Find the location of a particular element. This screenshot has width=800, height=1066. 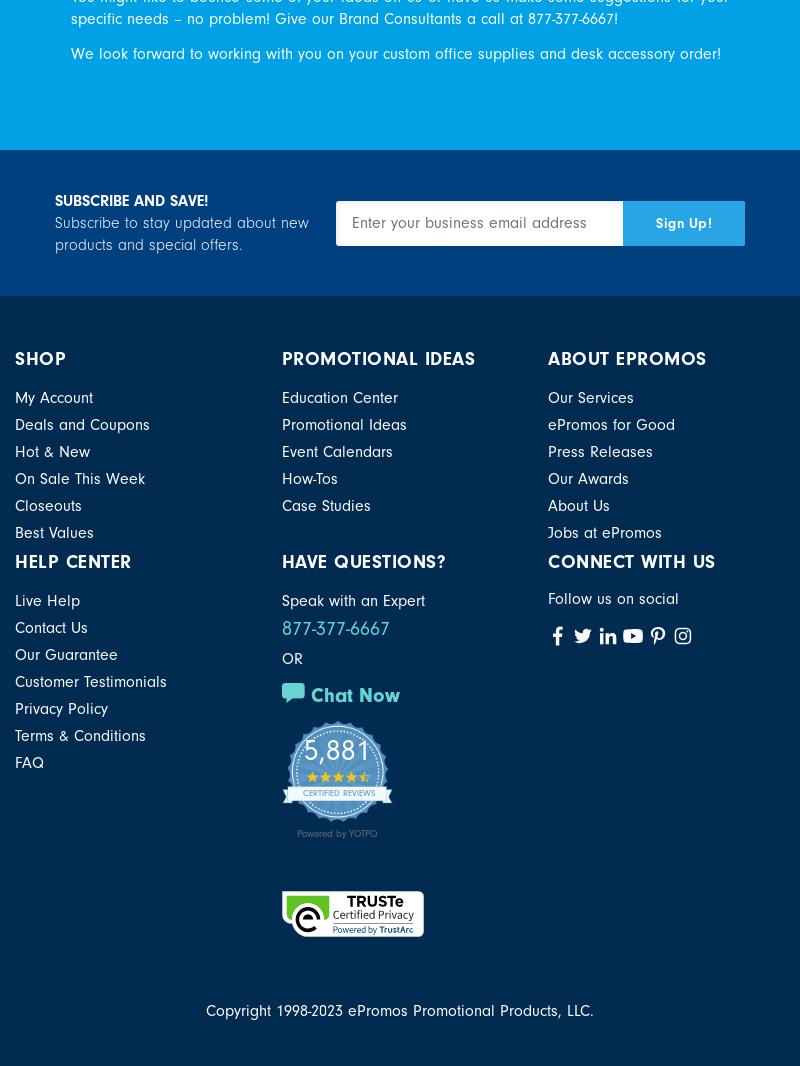

'OR' is located at coordinates (291, 657).